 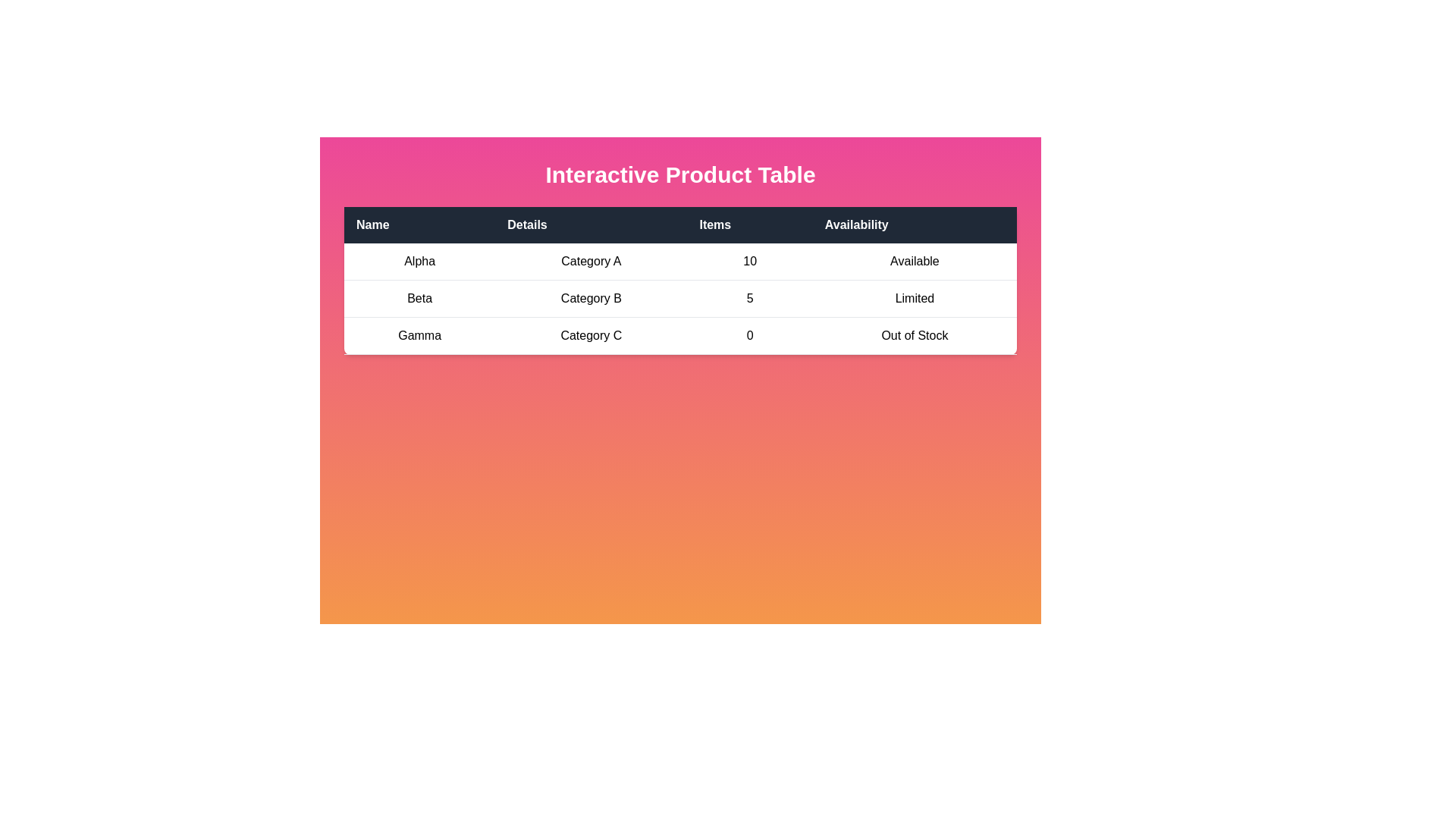 What do you see at coordinates (914, 335) in the screenshot?
I see `the status indicator text label that informs the user about the unavailability of the item 'Gamma' in 'Category C'` at bounding box center [914, 335].